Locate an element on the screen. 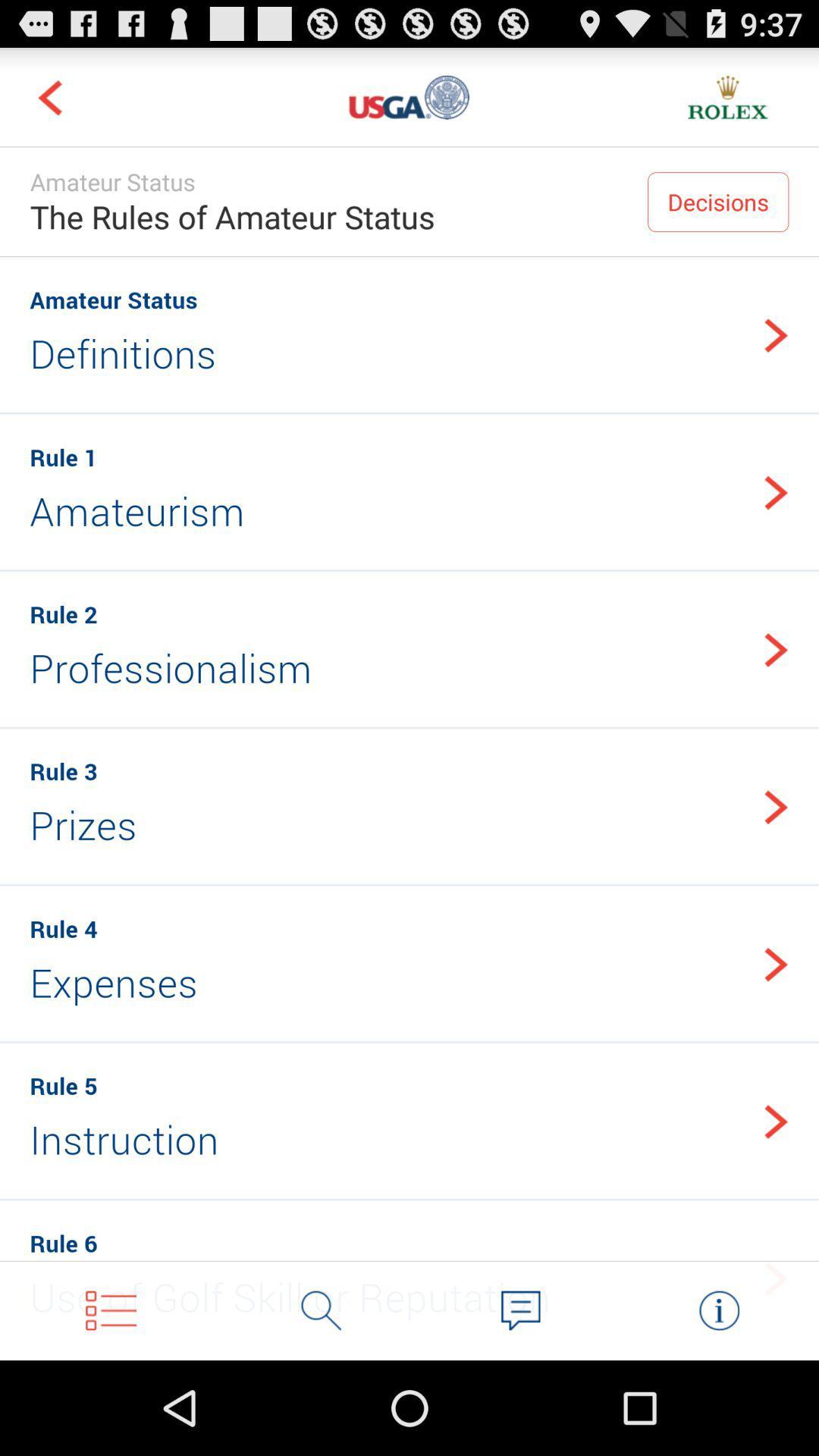  navigate to previous screen is located at coordinates (49, 96).